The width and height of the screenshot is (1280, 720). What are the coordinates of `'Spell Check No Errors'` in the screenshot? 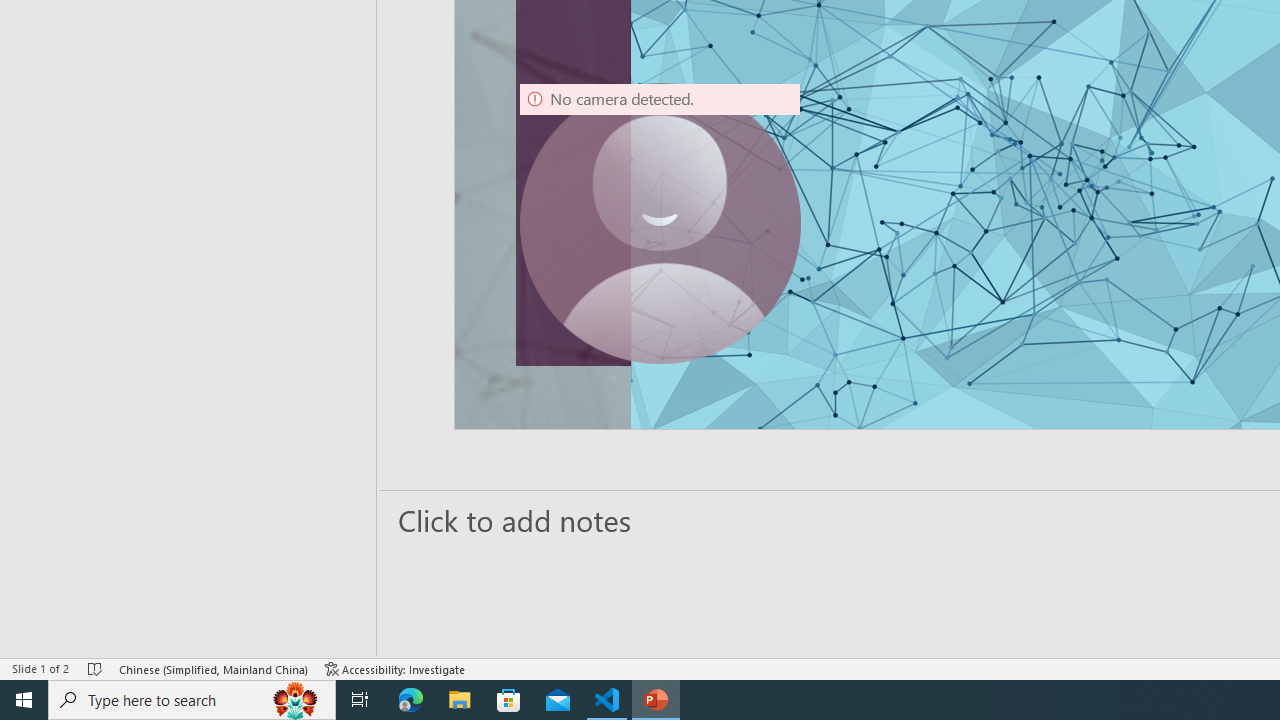 It's located at (95, 669).